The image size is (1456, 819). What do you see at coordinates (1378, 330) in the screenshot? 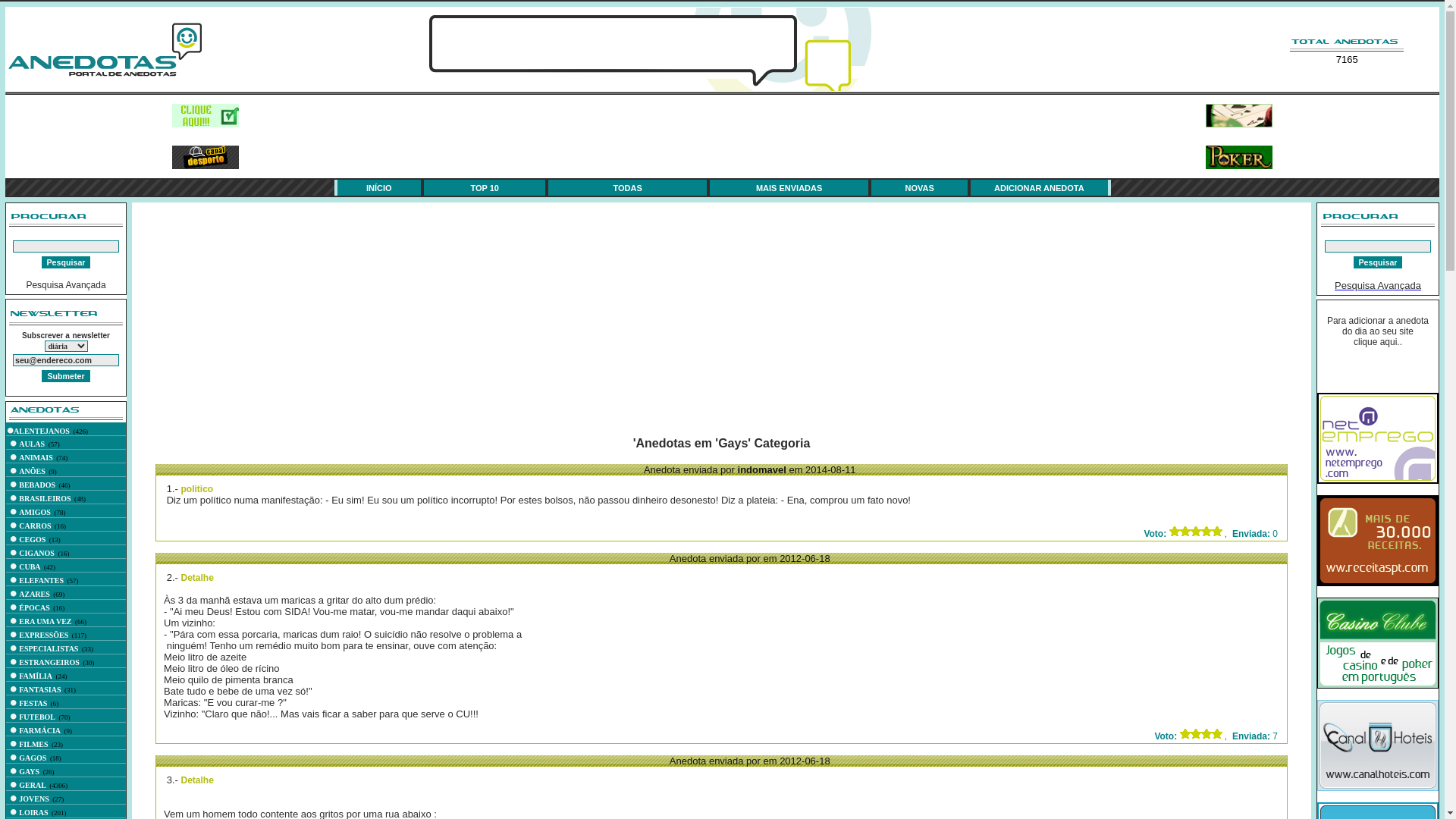
I see `'Para adicionar a anedota` at bounding box center [1378, 330].